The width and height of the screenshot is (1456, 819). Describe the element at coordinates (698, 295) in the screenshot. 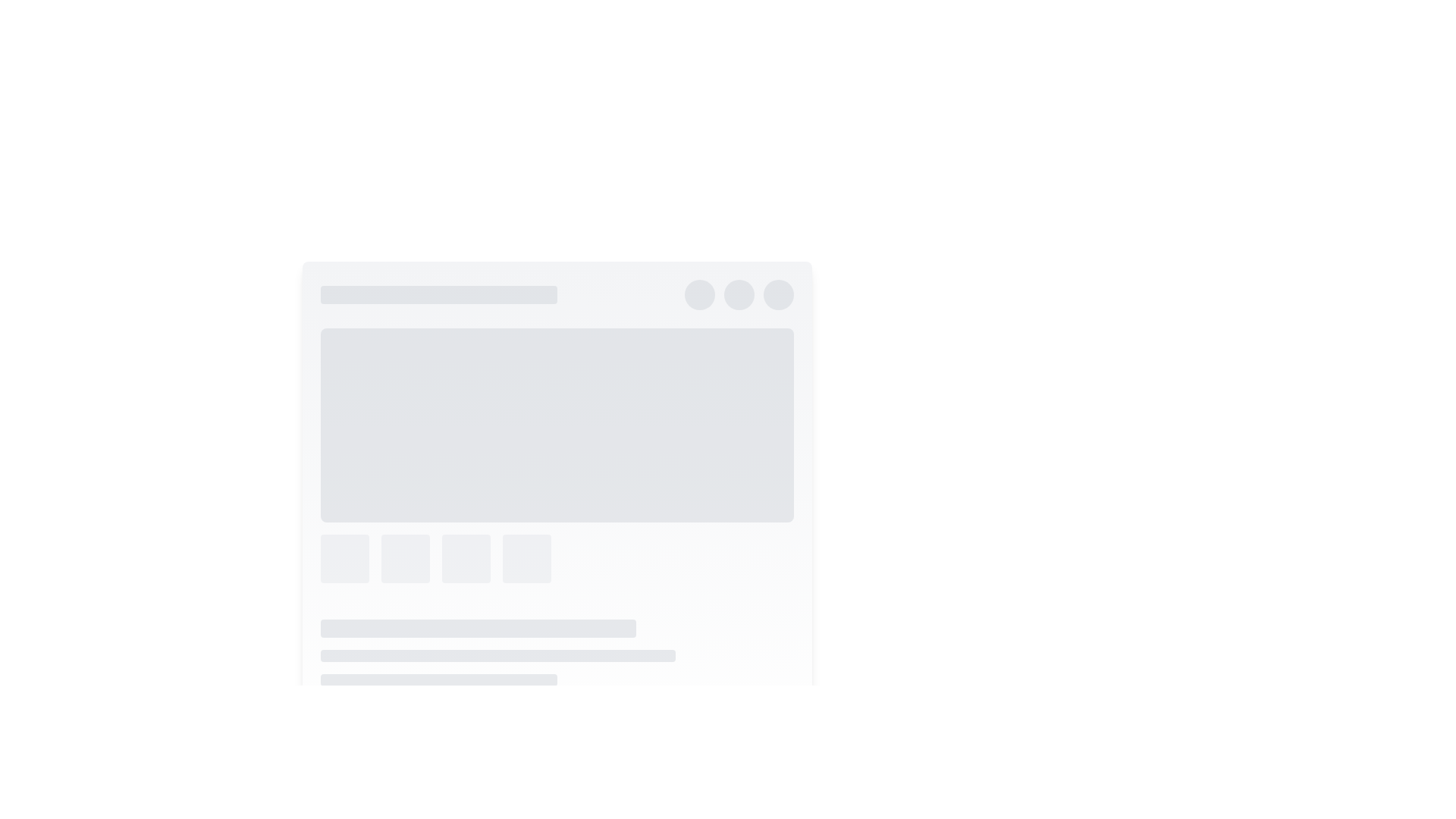

I see `the leftmost circular decorative element located in the top-right corner of the interface` at that location.